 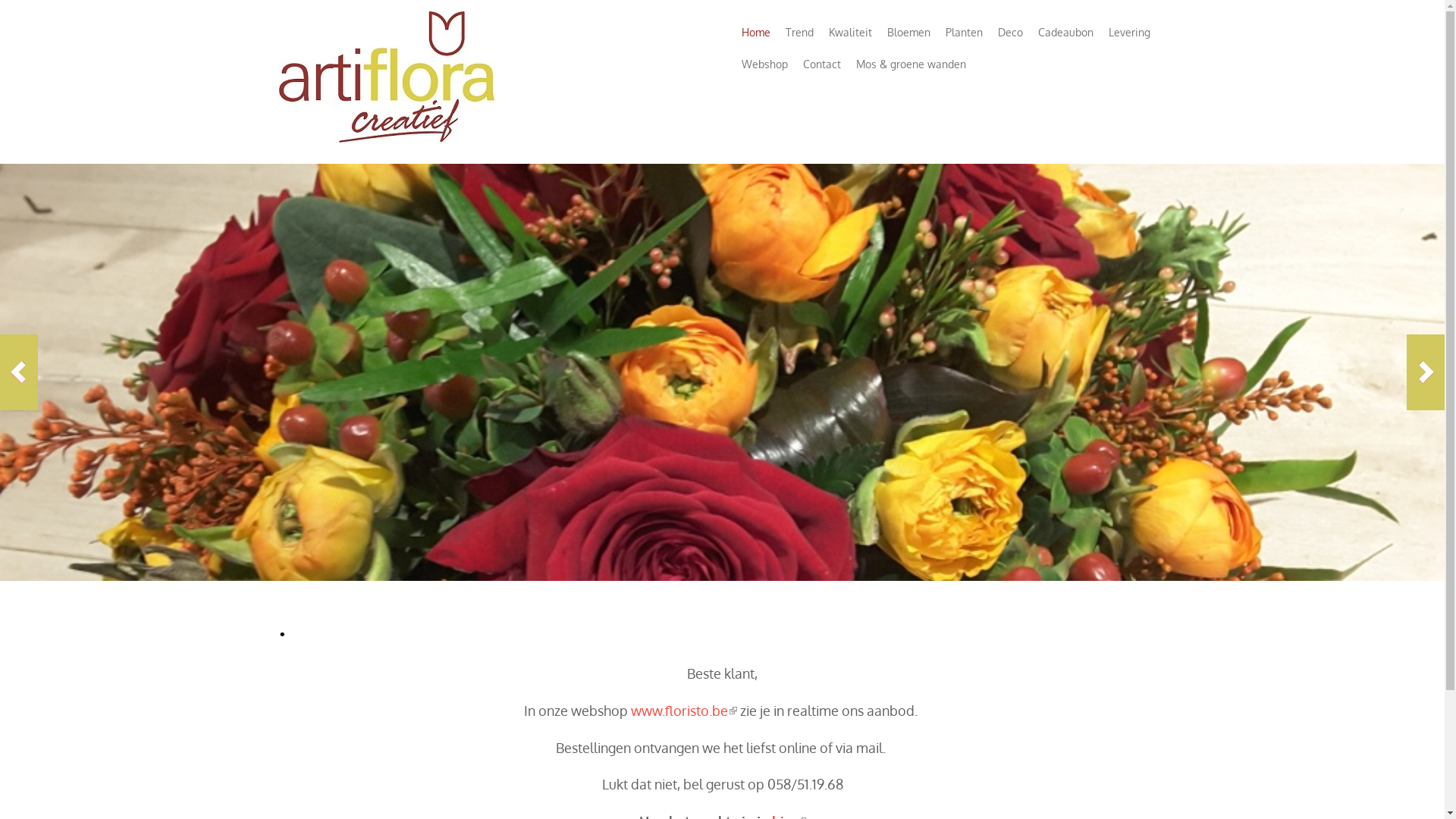 I want to click on 'Mos & groene wanden', so click(x=910, y=63).